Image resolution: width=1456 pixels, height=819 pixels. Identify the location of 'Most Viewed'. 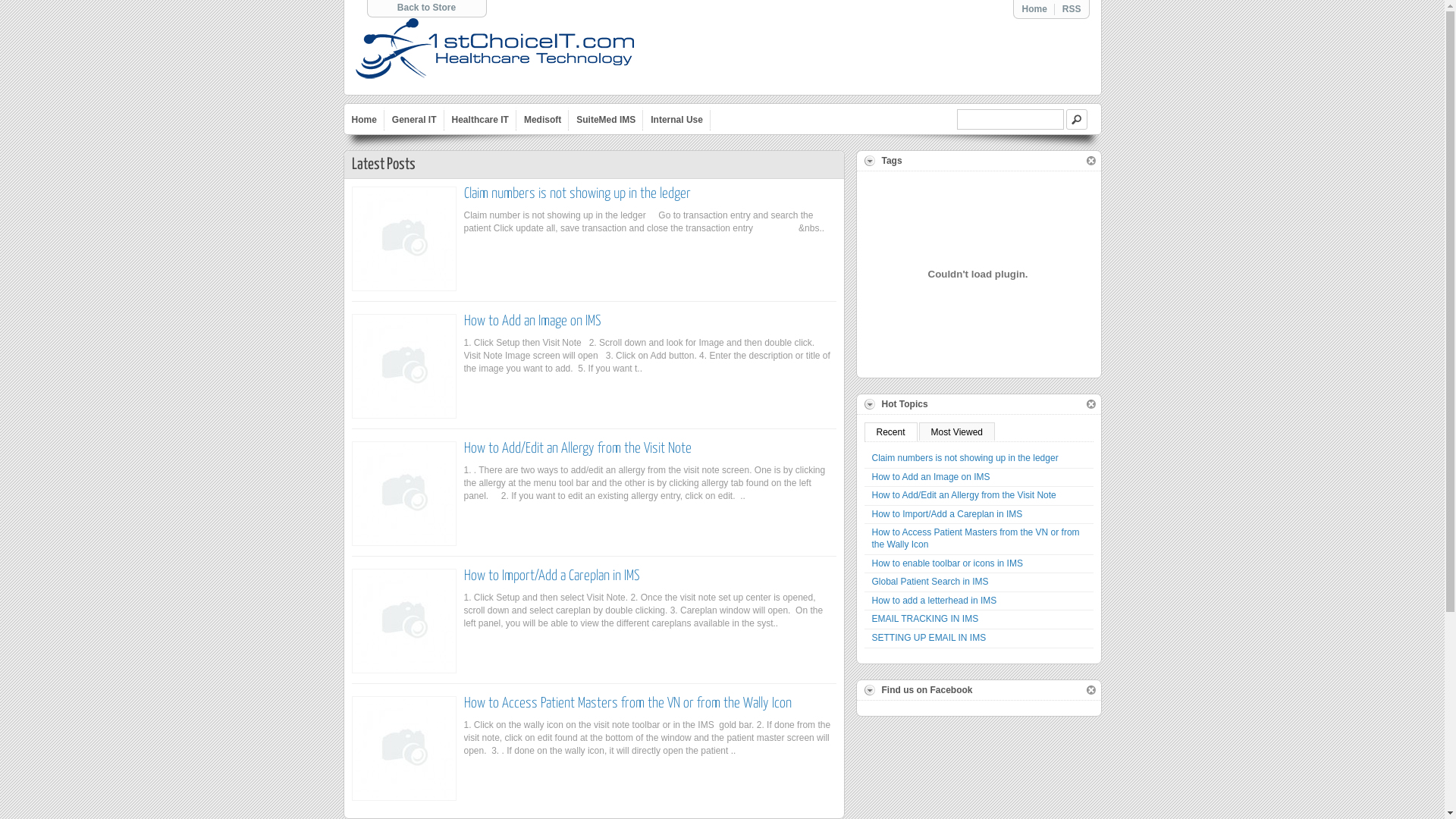
(918, 431).